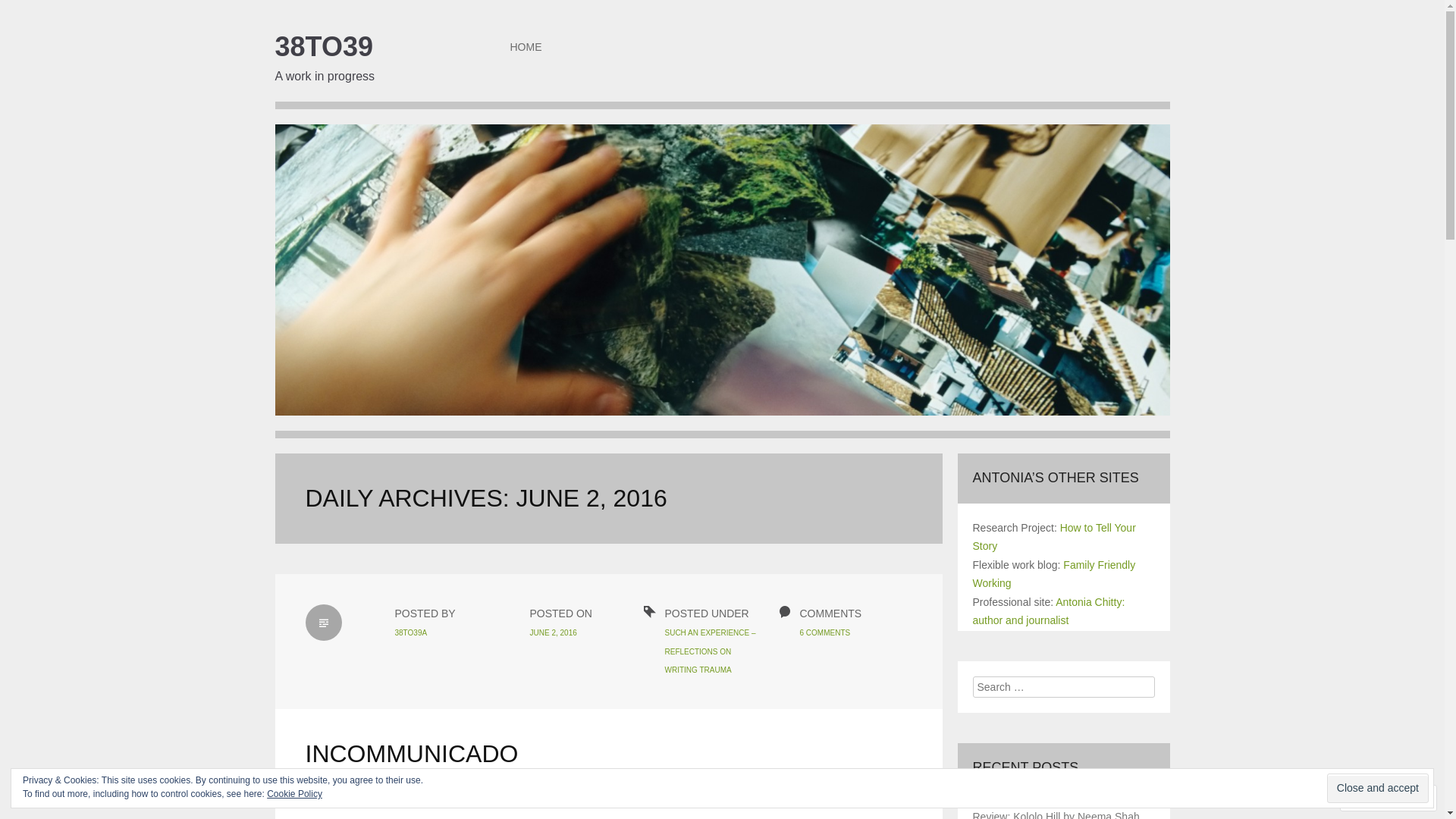 The width and height of the screenshot is (1456, 819). I want to click on '38to39', so click(720, 281).